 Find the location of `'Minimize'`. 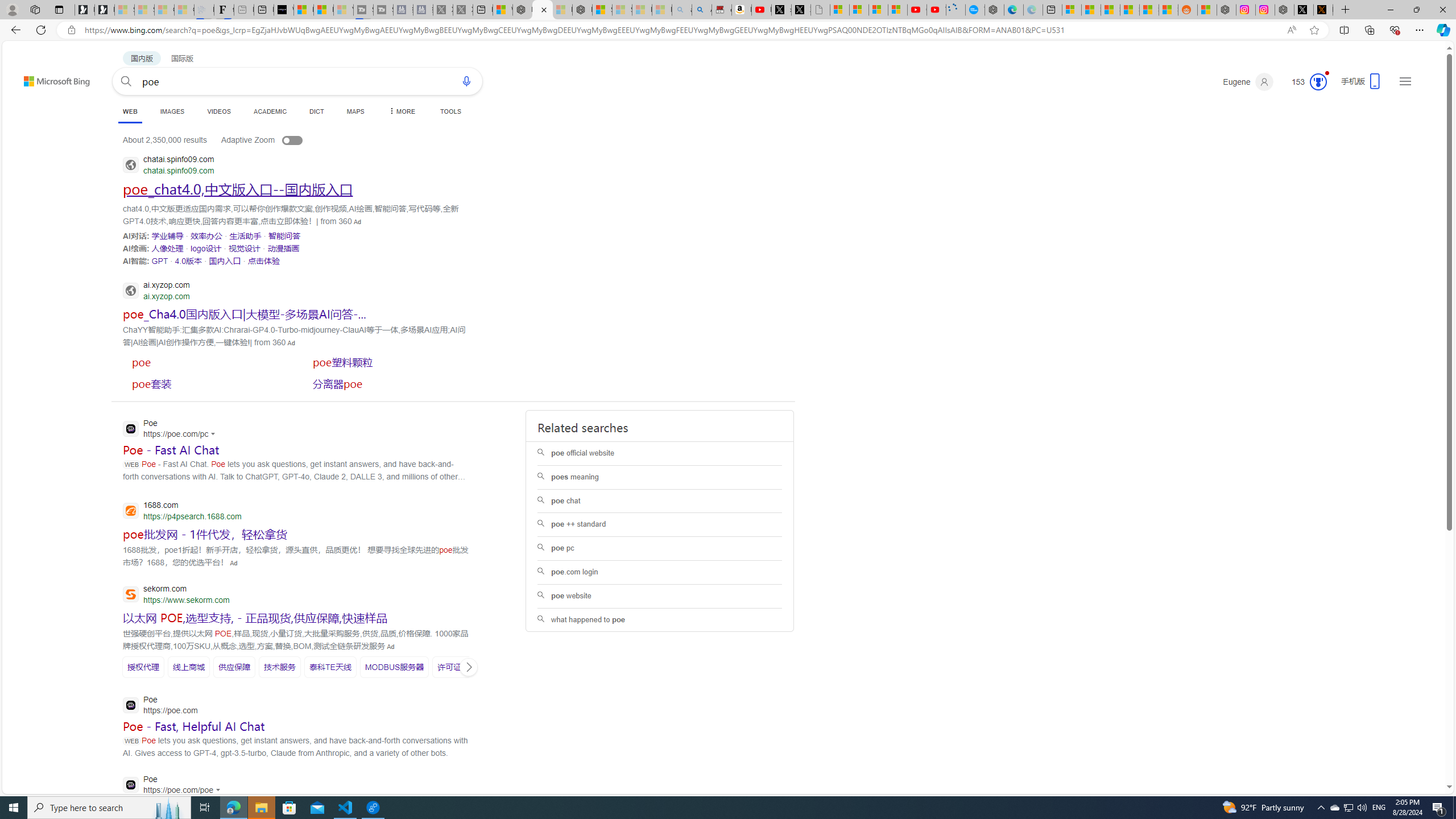

'Minimize' is located at coordinates (1389, 9).